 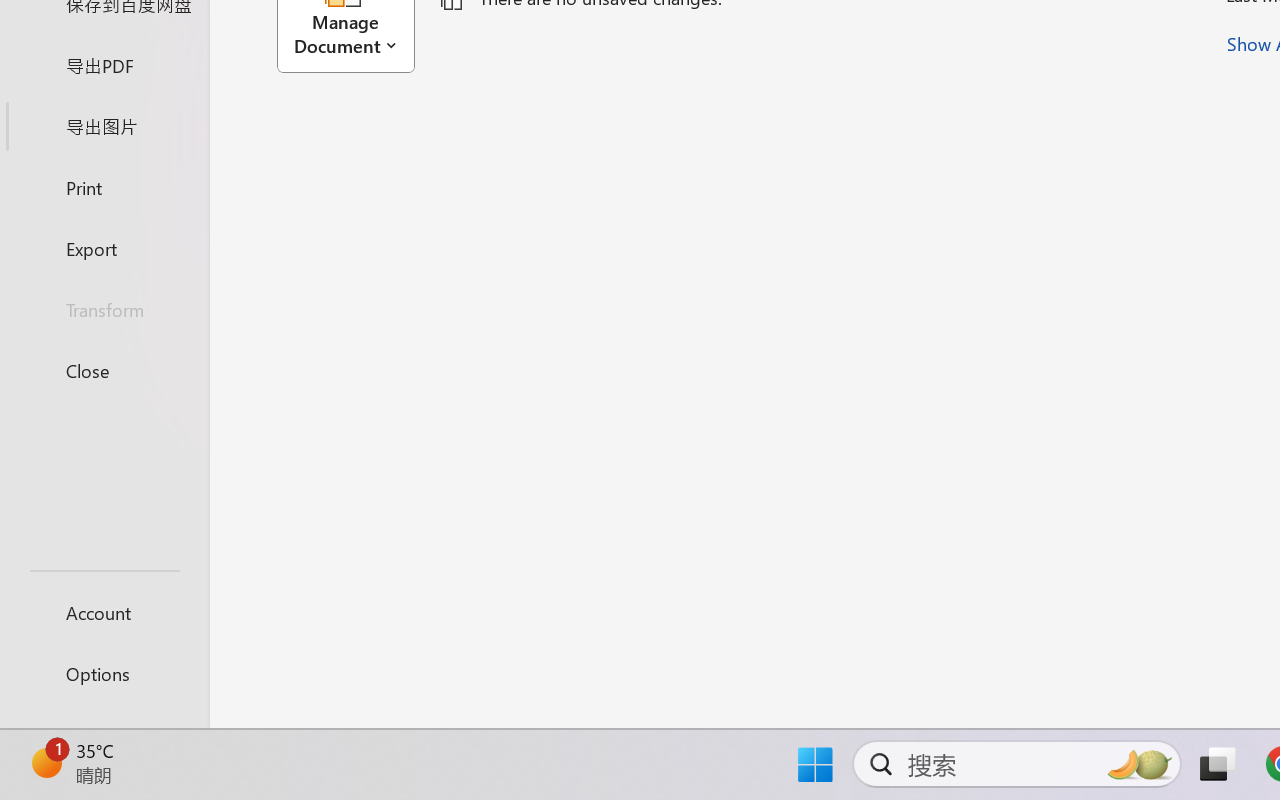 What do you see at coordinates (103, 612) in the screenshot?
I see `'Account'` at bounding box center [103, 612].